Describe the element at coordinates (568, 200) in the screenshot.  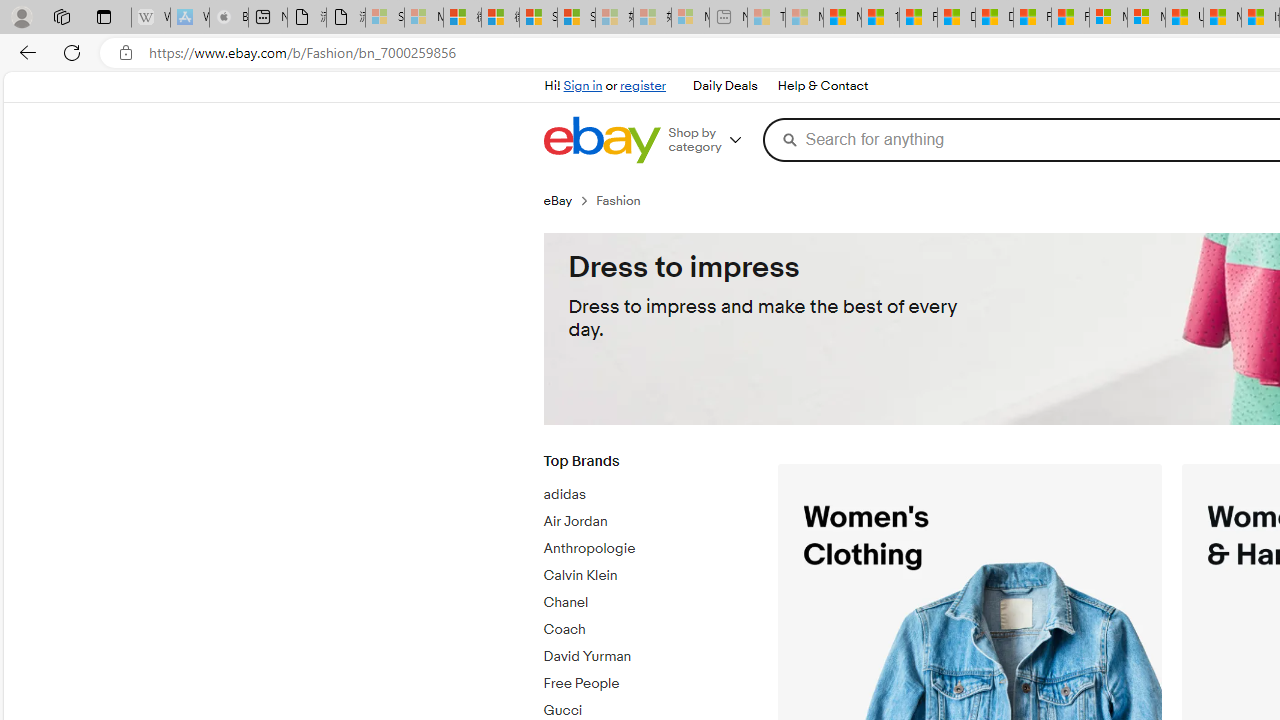
I see `'eBay'` at that location.